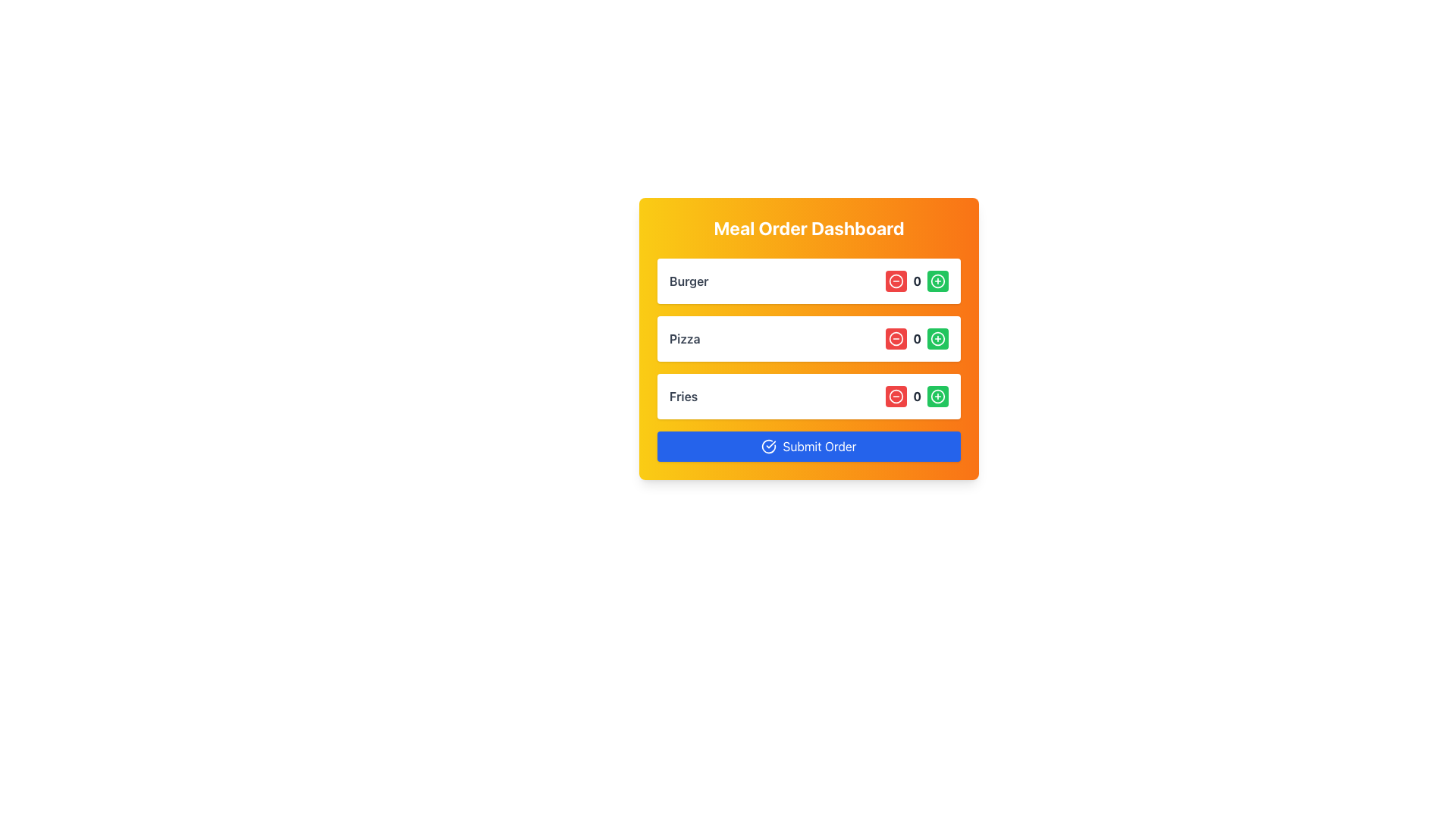 The image size is (1456, 819). Describe the element at coordinates (682, 396) in the screenshot. I see `the text label 'fries' which identifies the food item in its card, positioned at the bottom of a vertical list of similar cards` at that location.